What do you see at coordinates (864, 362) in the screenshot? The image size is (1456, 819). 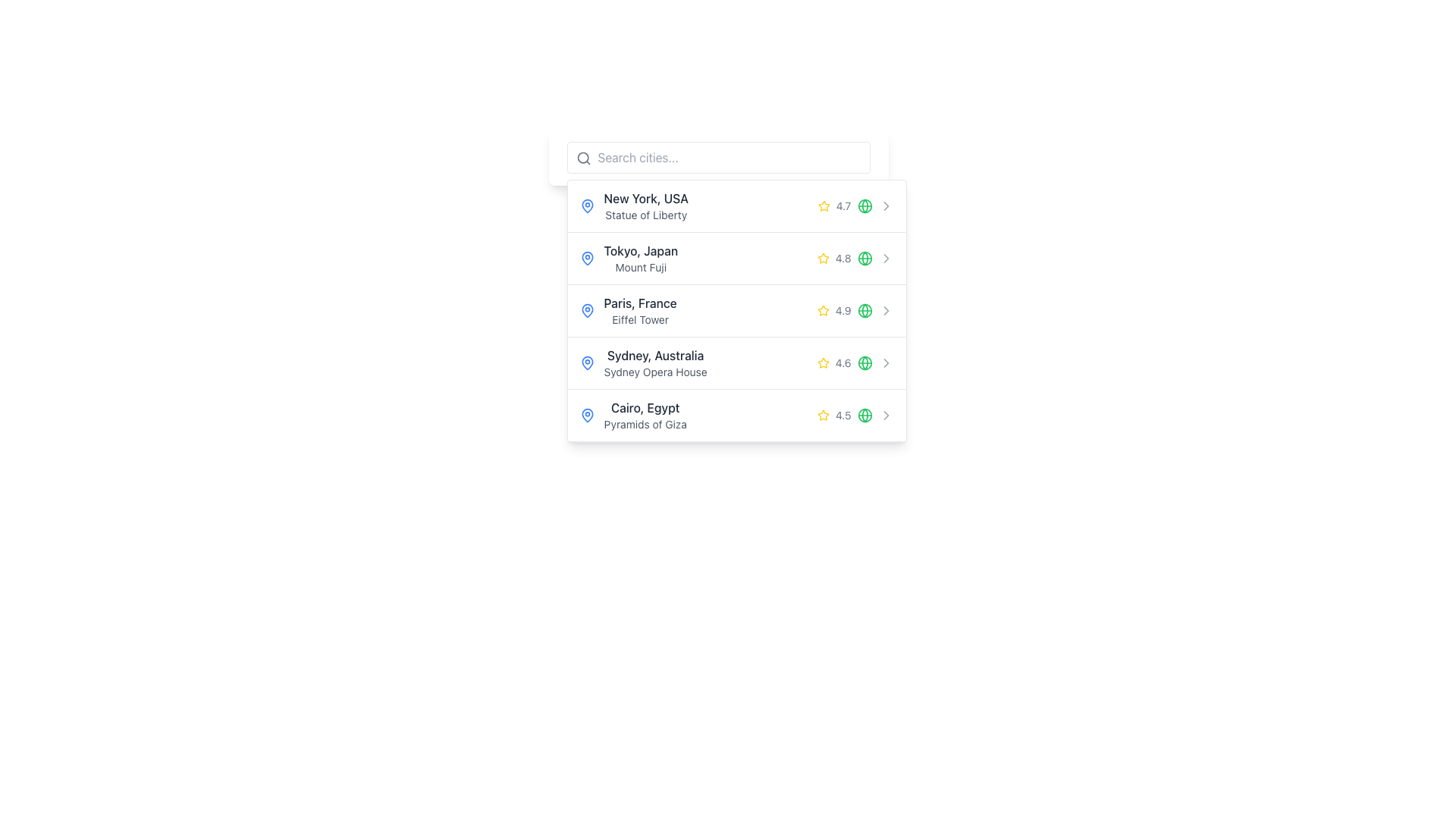 I see `the globe icon located to the right of the star icon within the list item for Sydney, Australia` at bounding box center [864, 362].